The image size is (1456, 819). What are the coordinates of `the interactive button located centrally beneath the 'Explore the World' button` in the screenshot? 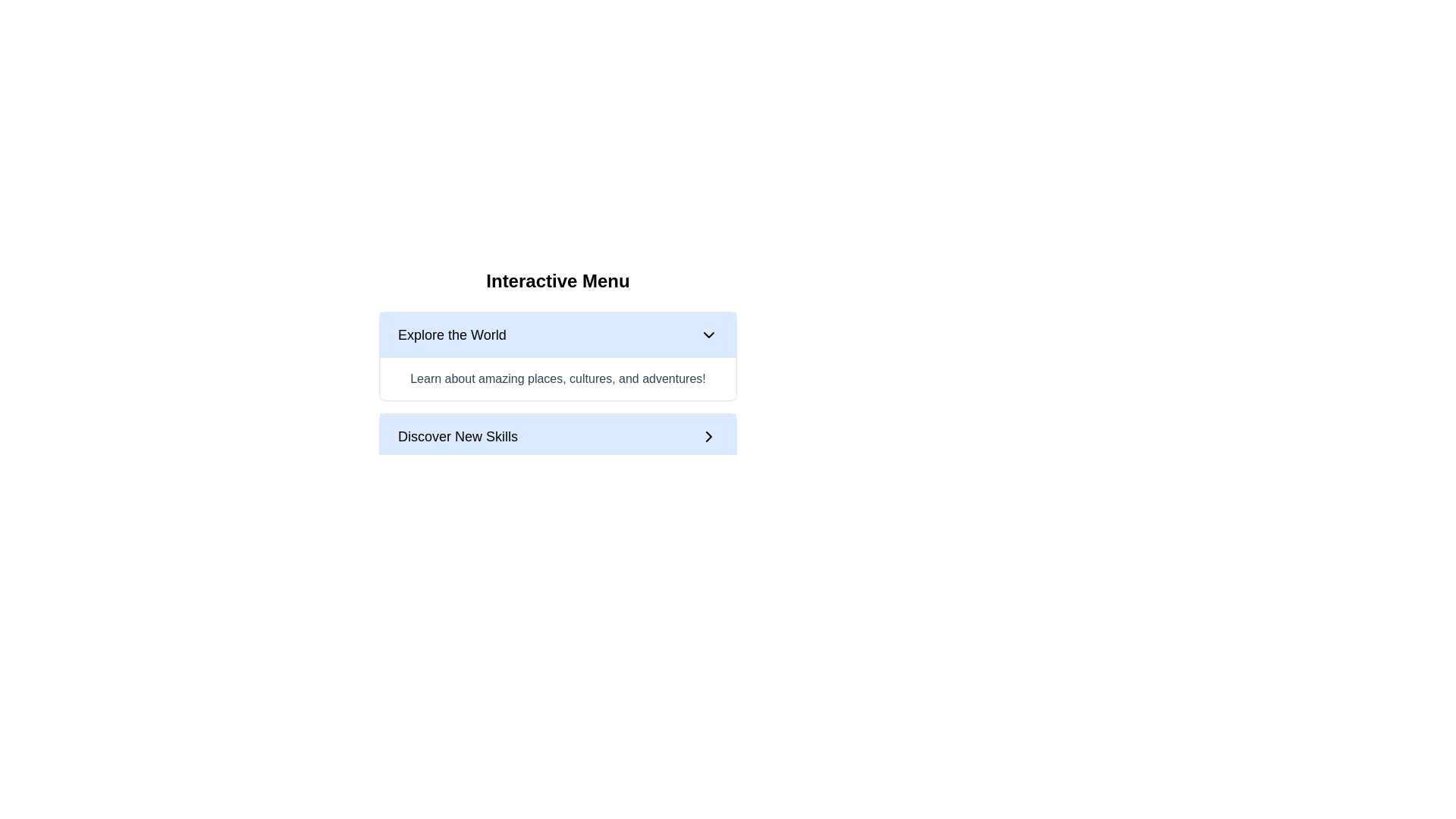 It's located at (557, 436).